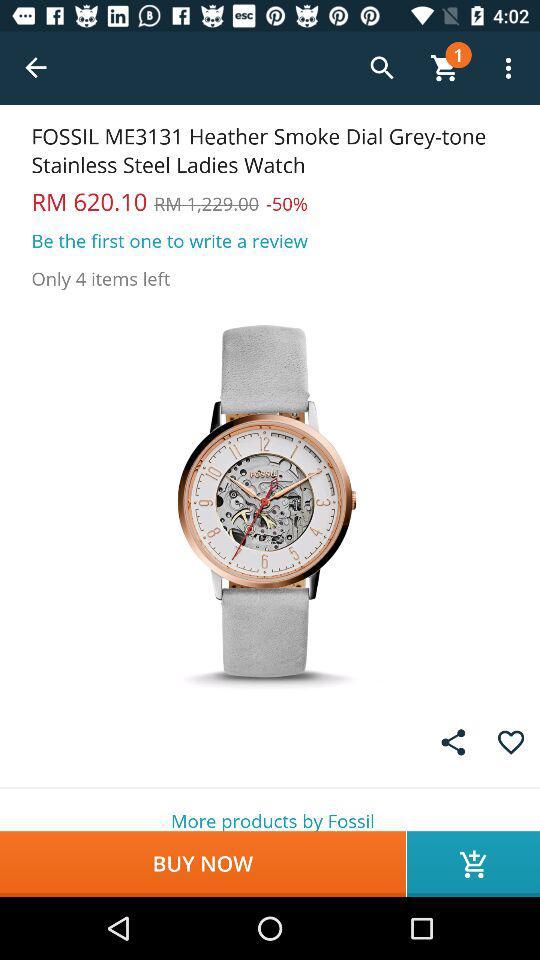  Describe the element at coordinates (270, 810) in the screenshot. I see `more products by icon` at that location.